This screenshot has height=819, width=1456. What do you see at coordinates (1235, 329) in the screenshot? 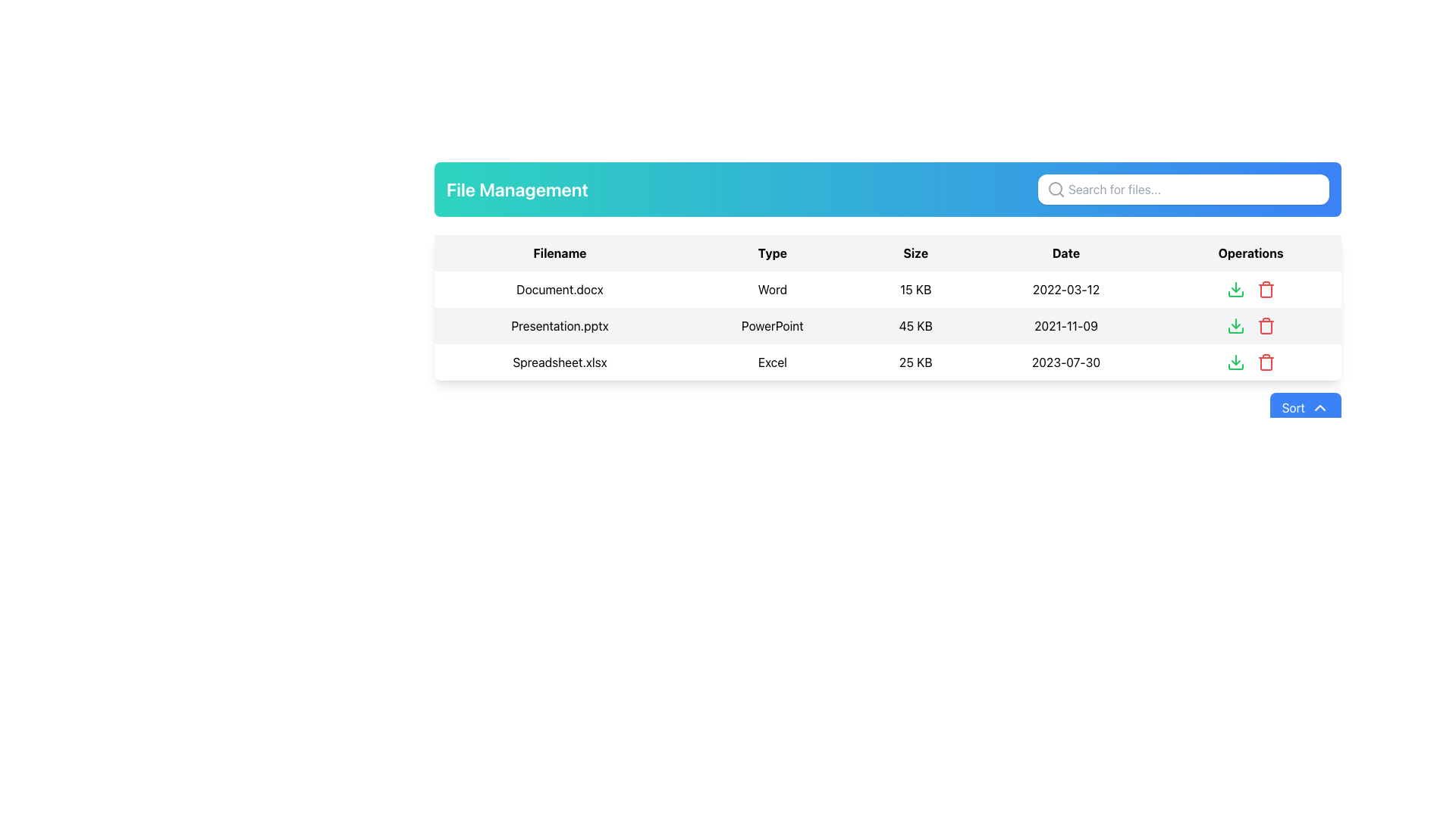
I see `the icon located near the bottom-right portion of the interface, below the last row in the 'Operations' column` at bounding box center [1235, 329].